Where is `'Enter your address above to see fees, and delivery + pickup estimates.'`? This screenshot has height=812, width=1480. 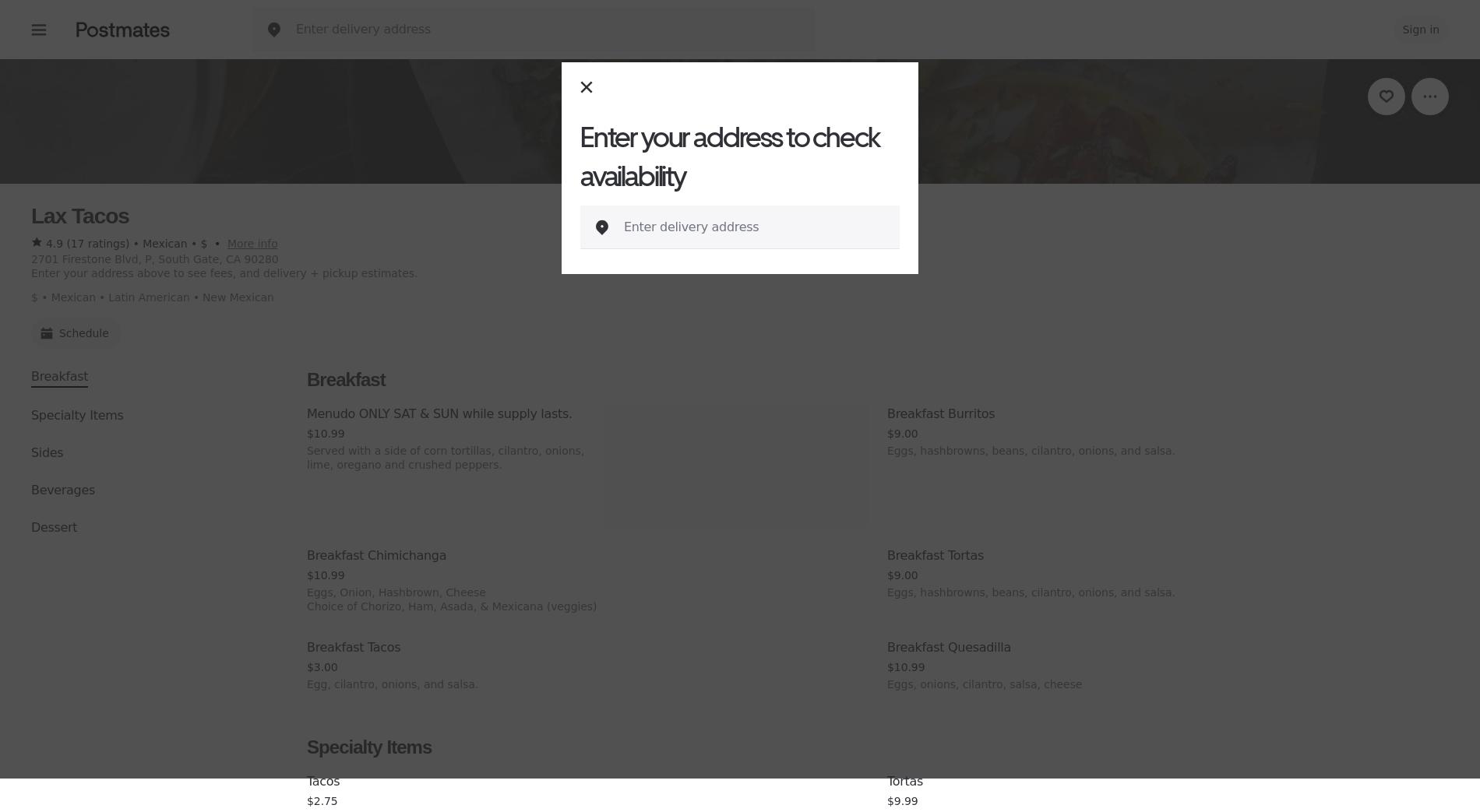 'Enter your address above to see fees, and delivery + pickup estimates.' is located at coordinates (31, 272).